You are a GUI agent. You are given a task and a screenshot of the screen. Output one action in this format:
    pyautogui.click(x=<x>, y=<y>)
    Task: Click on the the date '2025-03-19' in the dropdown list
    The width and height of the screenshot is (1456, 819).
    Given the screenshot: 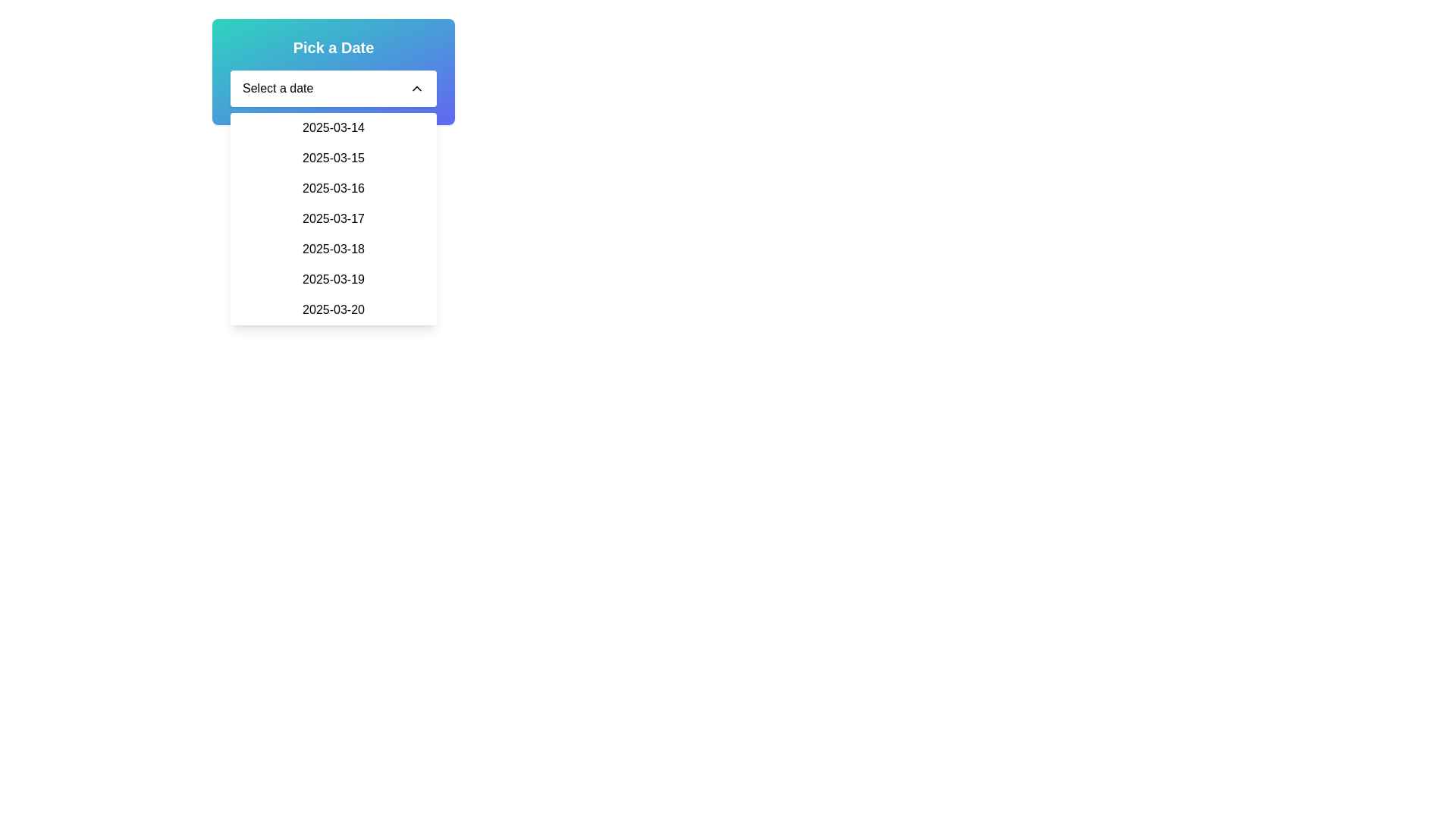 What is the action you would take?
    pyautogui.click(x=333, y=280)
    